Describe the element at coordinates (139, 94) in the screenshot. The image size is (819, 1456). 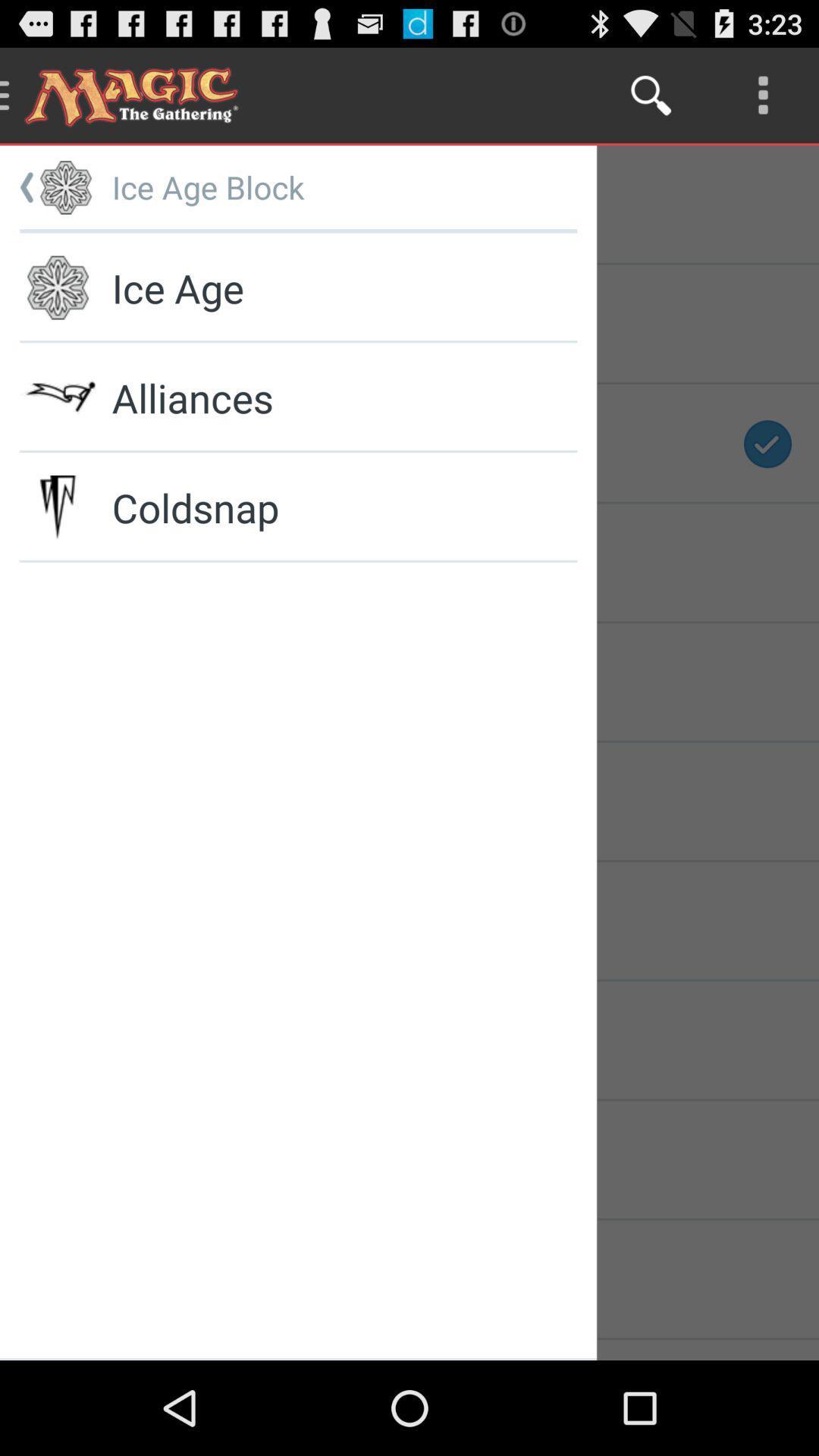
I see `the text magic the  gathering` at that location.